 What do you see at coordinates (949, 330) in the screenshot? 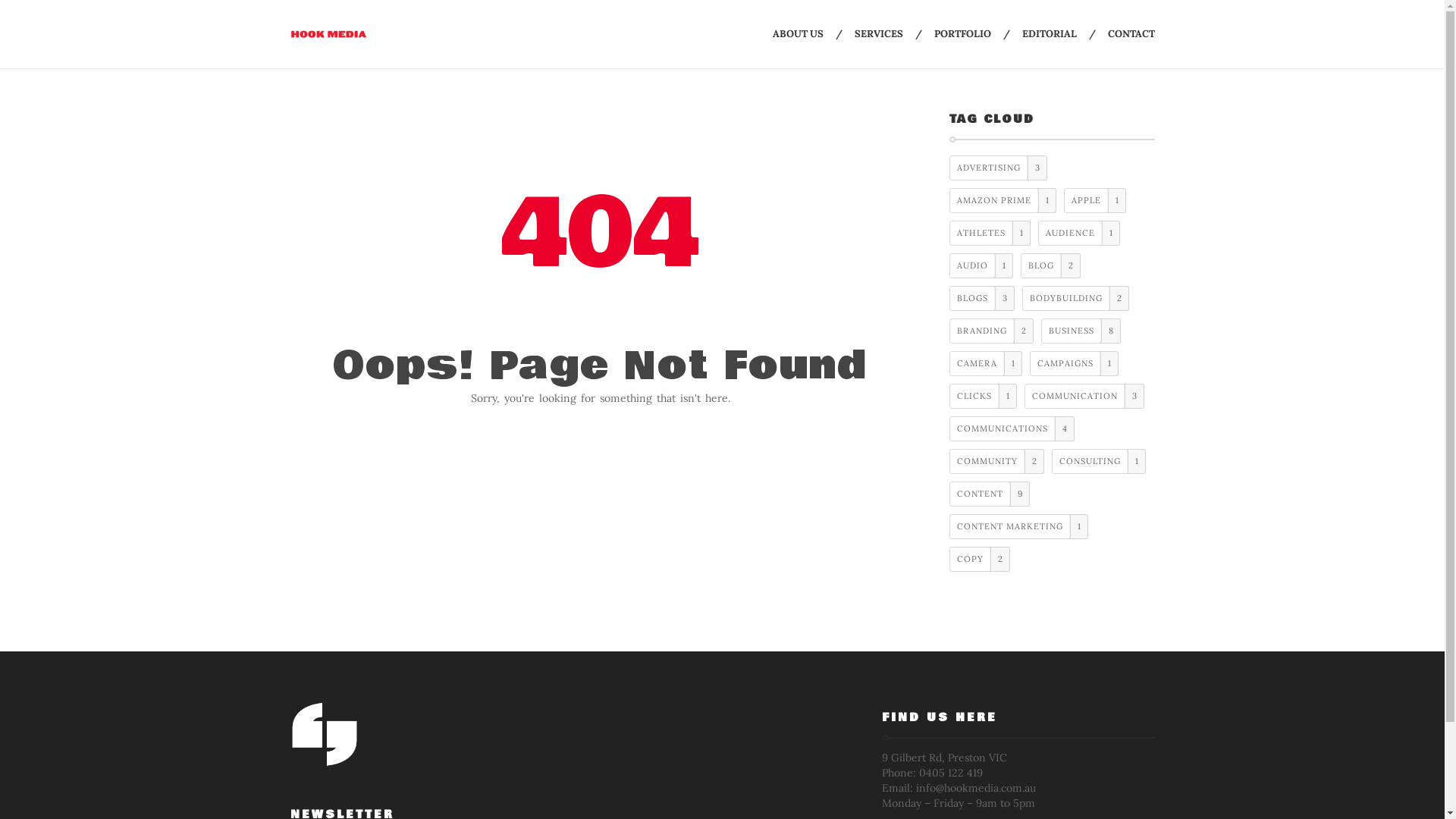
I see `'BRANDING2'` at bounding box center [949, 330].